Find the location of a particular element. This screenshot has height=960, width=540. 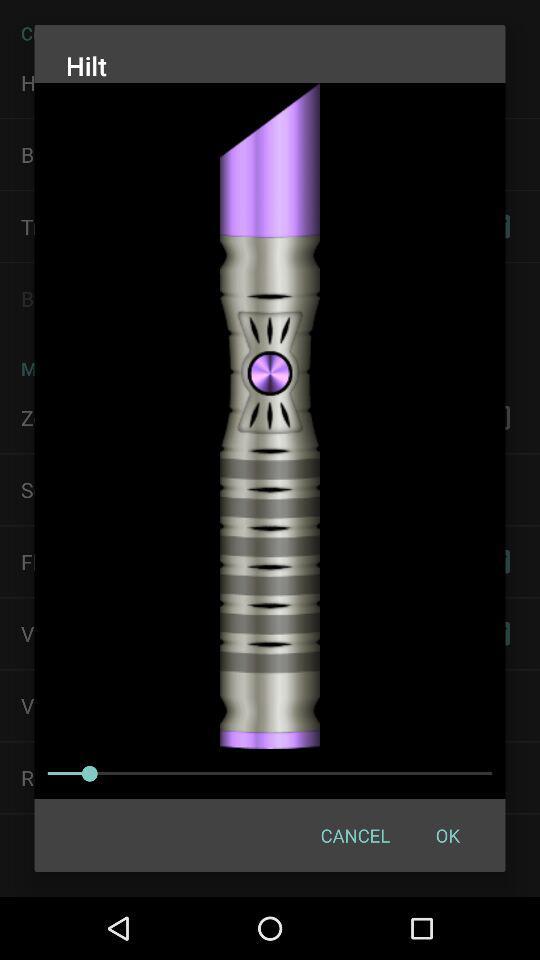

ok is located at coordinates (447, 835).